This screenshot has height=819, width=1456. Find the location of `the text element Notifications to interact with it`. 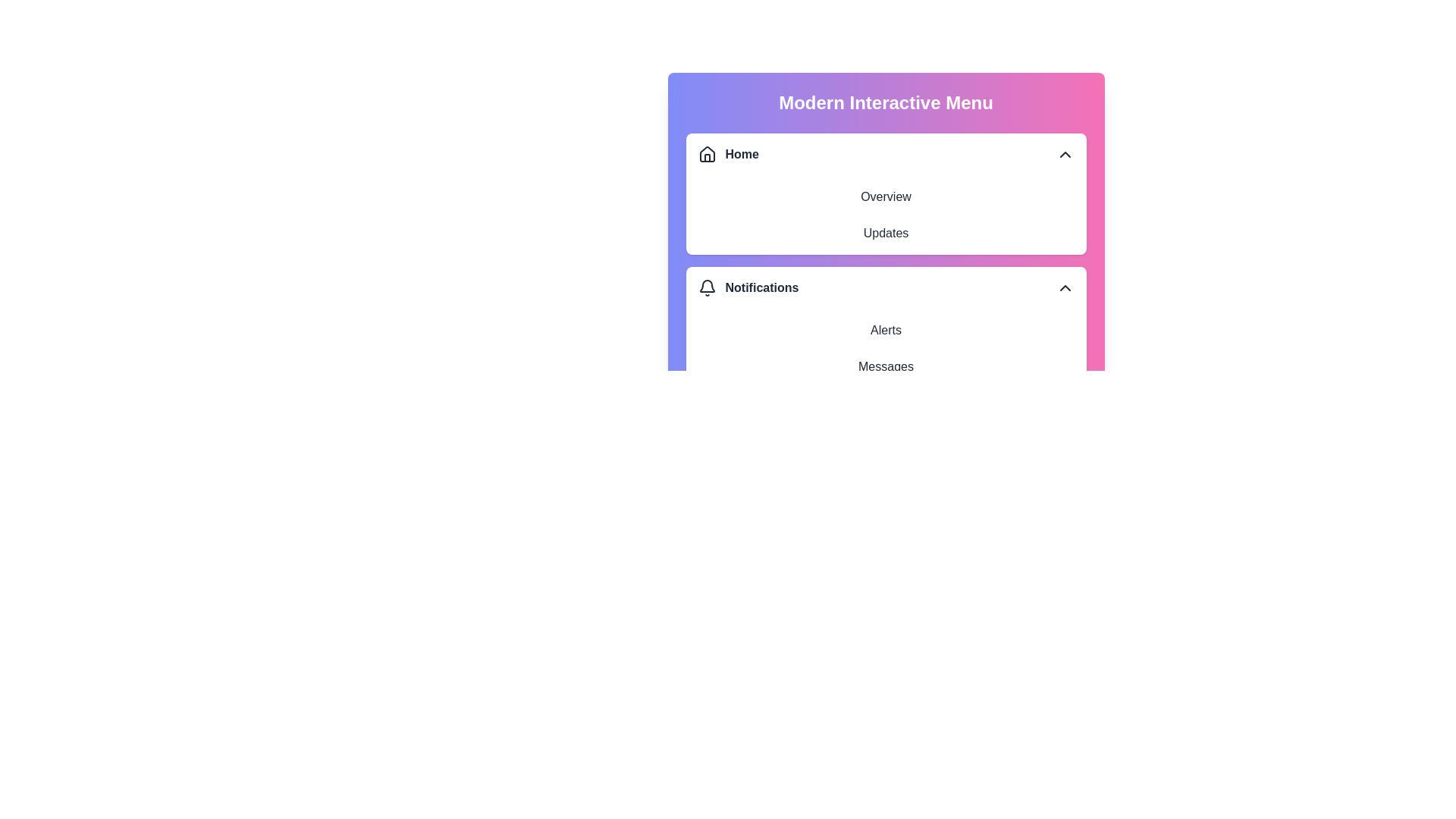

the text element Notifications to interact with it is located at coordinates (886, 288).